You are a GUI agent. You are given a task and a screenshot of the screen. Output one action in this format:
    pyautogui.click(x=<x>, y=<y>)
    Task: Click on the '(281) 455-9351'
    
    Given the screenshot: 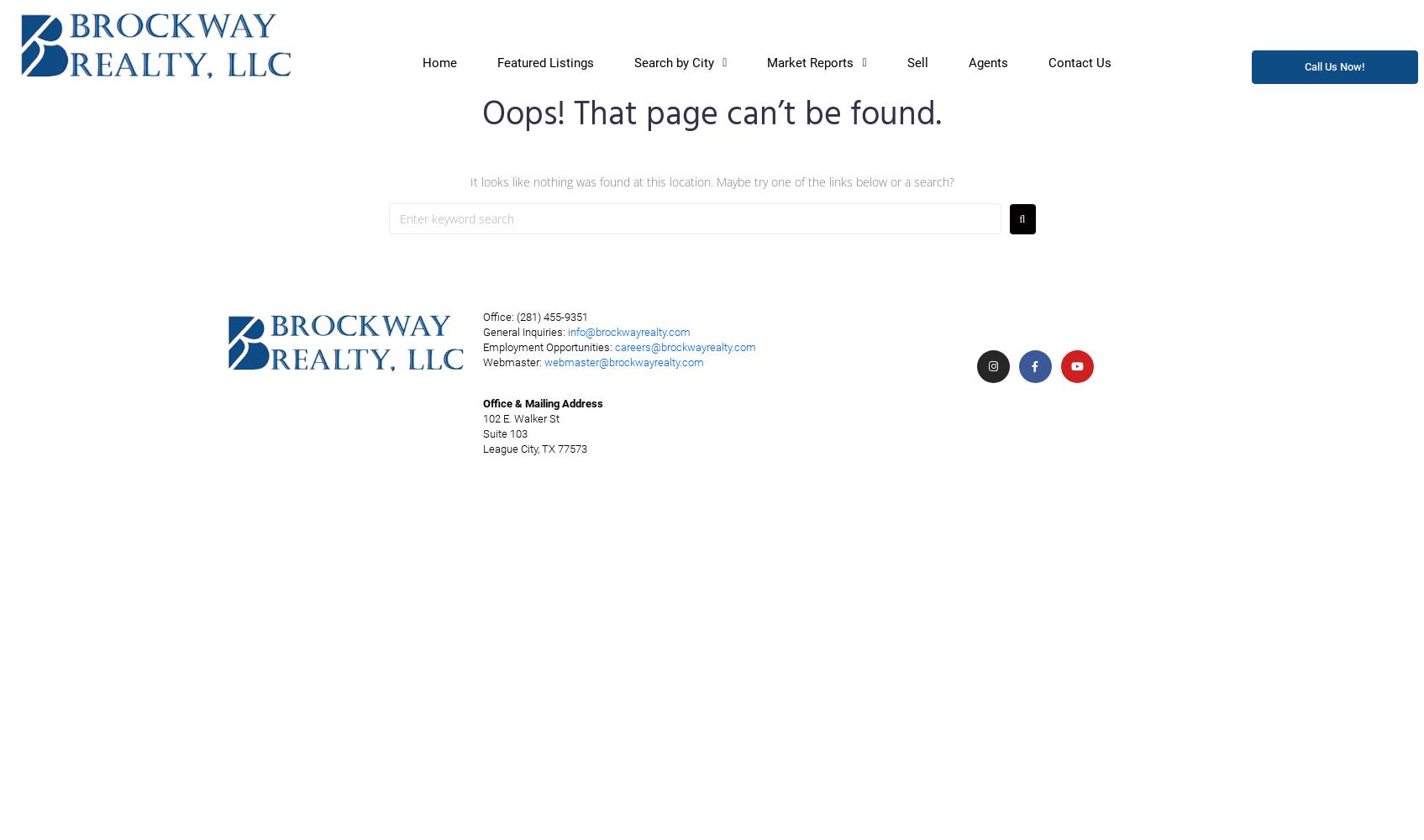 What is the action you would take?
    pyautogui.click(x=1334, y=65)
    